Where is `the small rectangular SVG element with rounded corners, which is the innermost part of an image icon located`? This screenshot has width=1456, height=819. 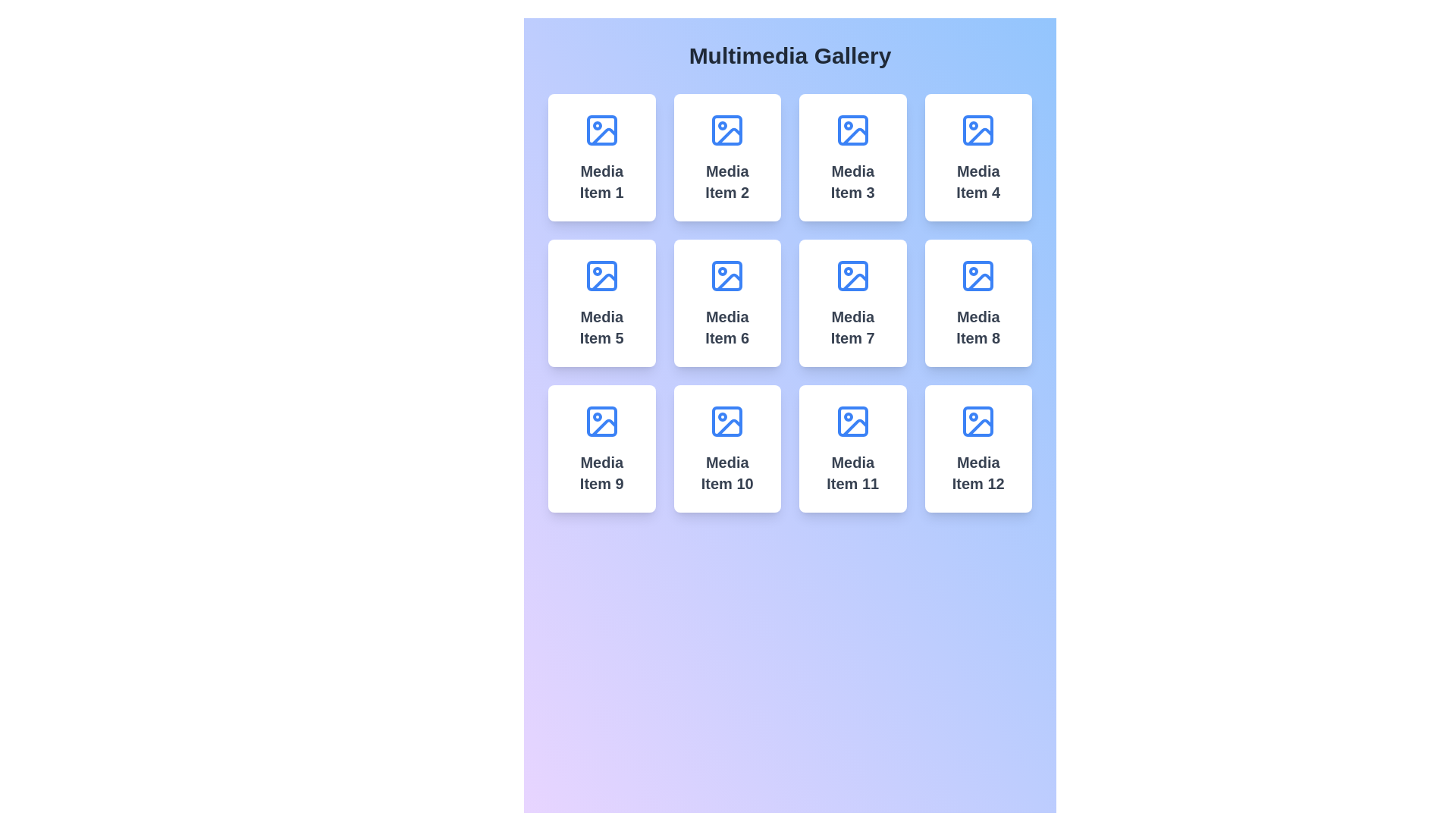 the small rectangular SVG element with rounded corners, which is the innermost part of an image icon located is located at coordinates (852, 130).